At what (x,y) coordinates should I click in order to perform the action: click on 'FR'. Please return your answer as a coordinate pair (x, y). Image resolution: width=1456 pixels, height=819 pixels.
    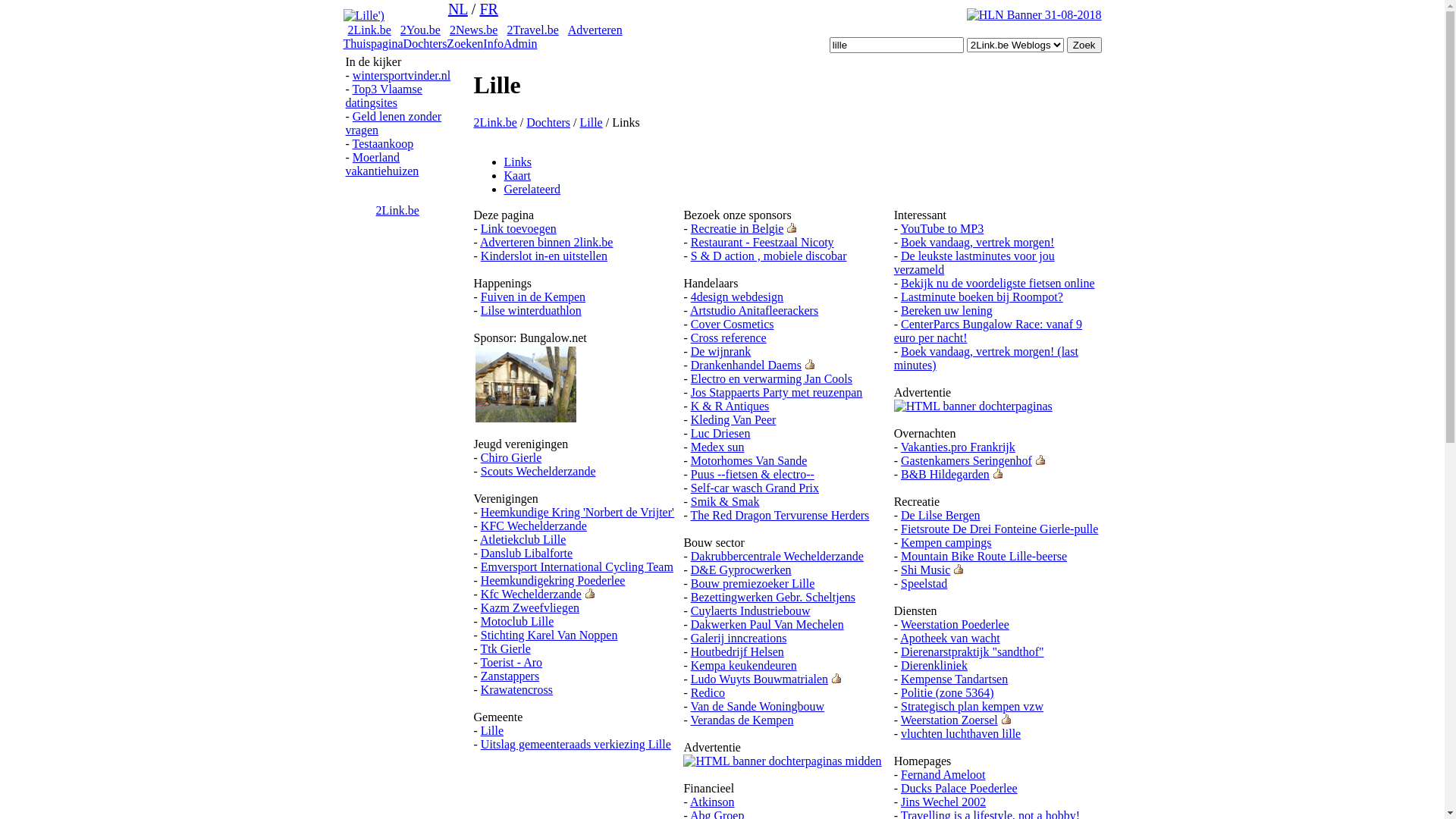
    Looking at the image, I should click on (479, 8).